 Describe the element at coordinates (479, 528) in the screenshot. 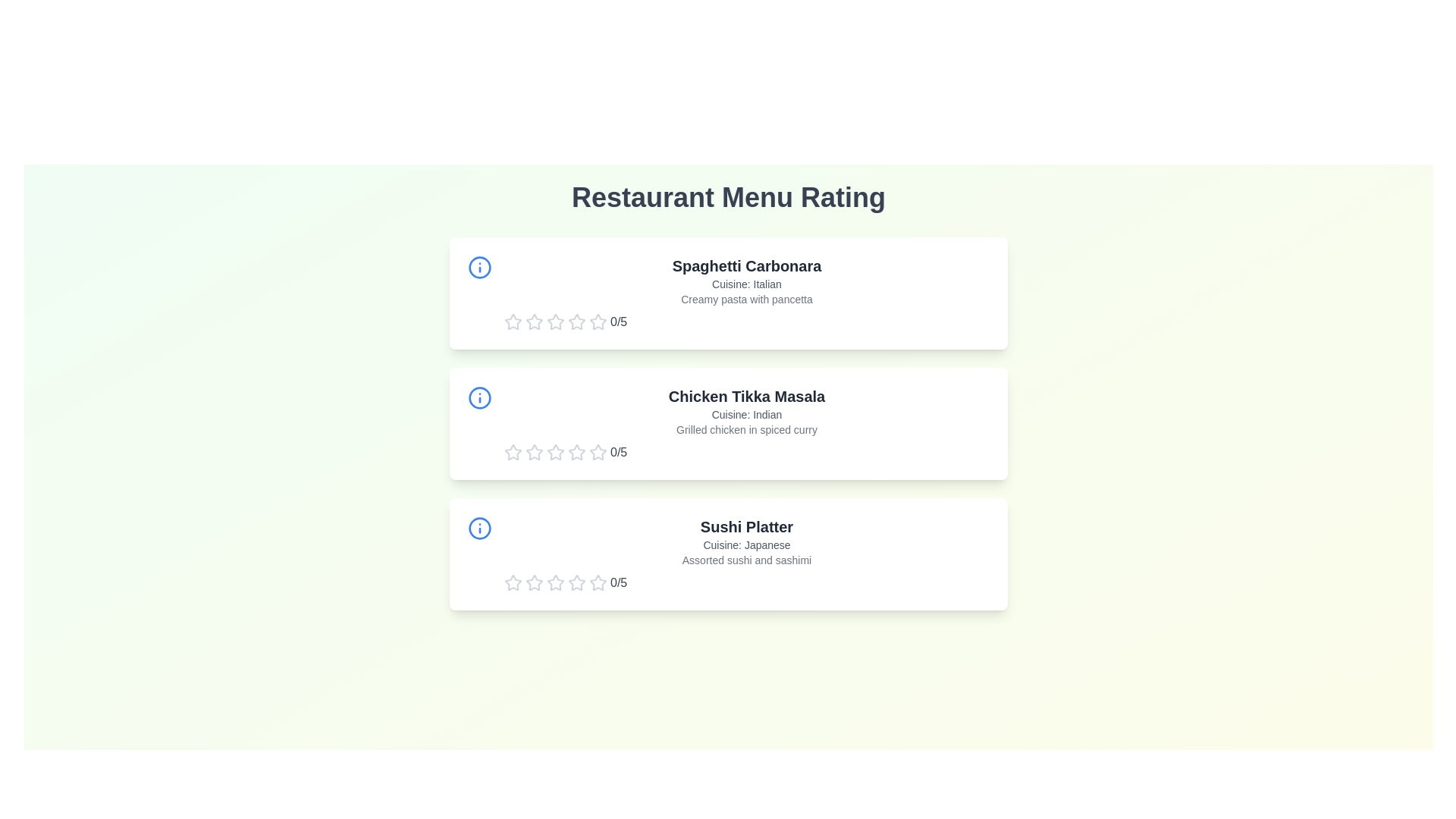

I see `the information icon for the menu item Sushi Platter` at that location.